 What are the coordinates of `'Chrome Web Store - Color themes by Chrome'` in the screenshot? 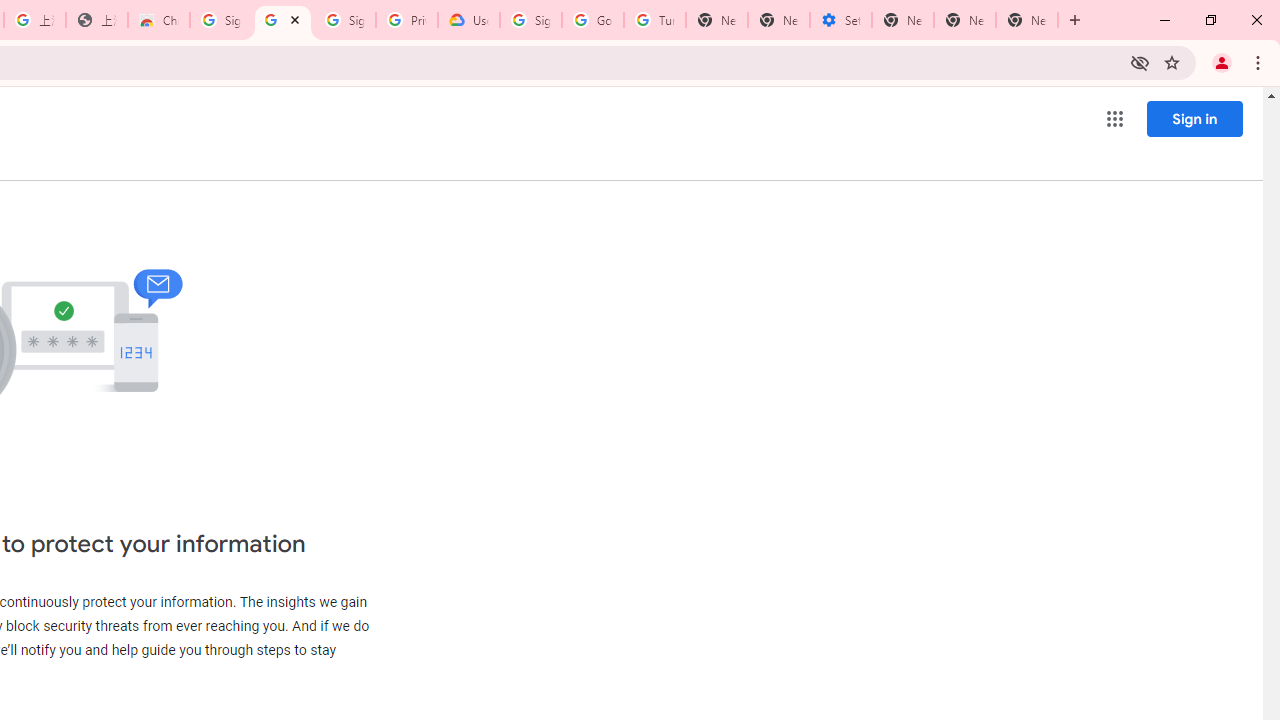 It's located at (157, 20).